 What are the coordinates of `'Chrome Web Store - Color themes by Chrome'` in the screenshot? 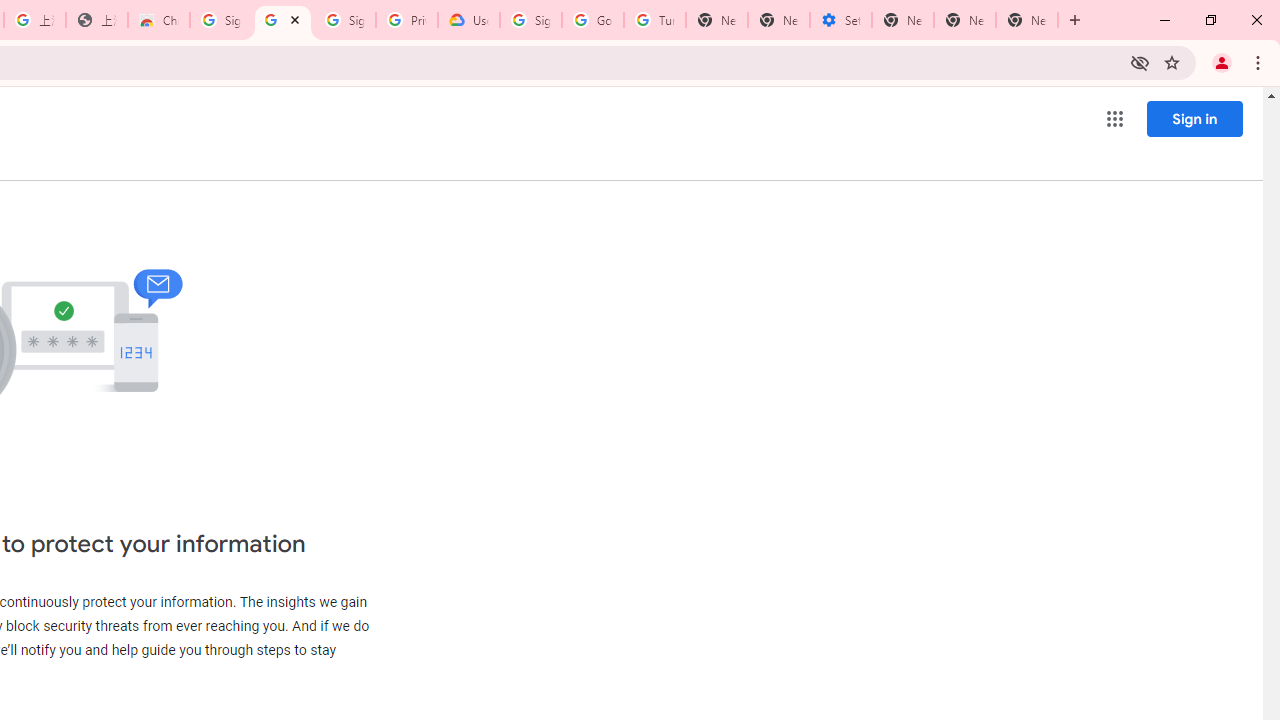 It's located at (157, 20).